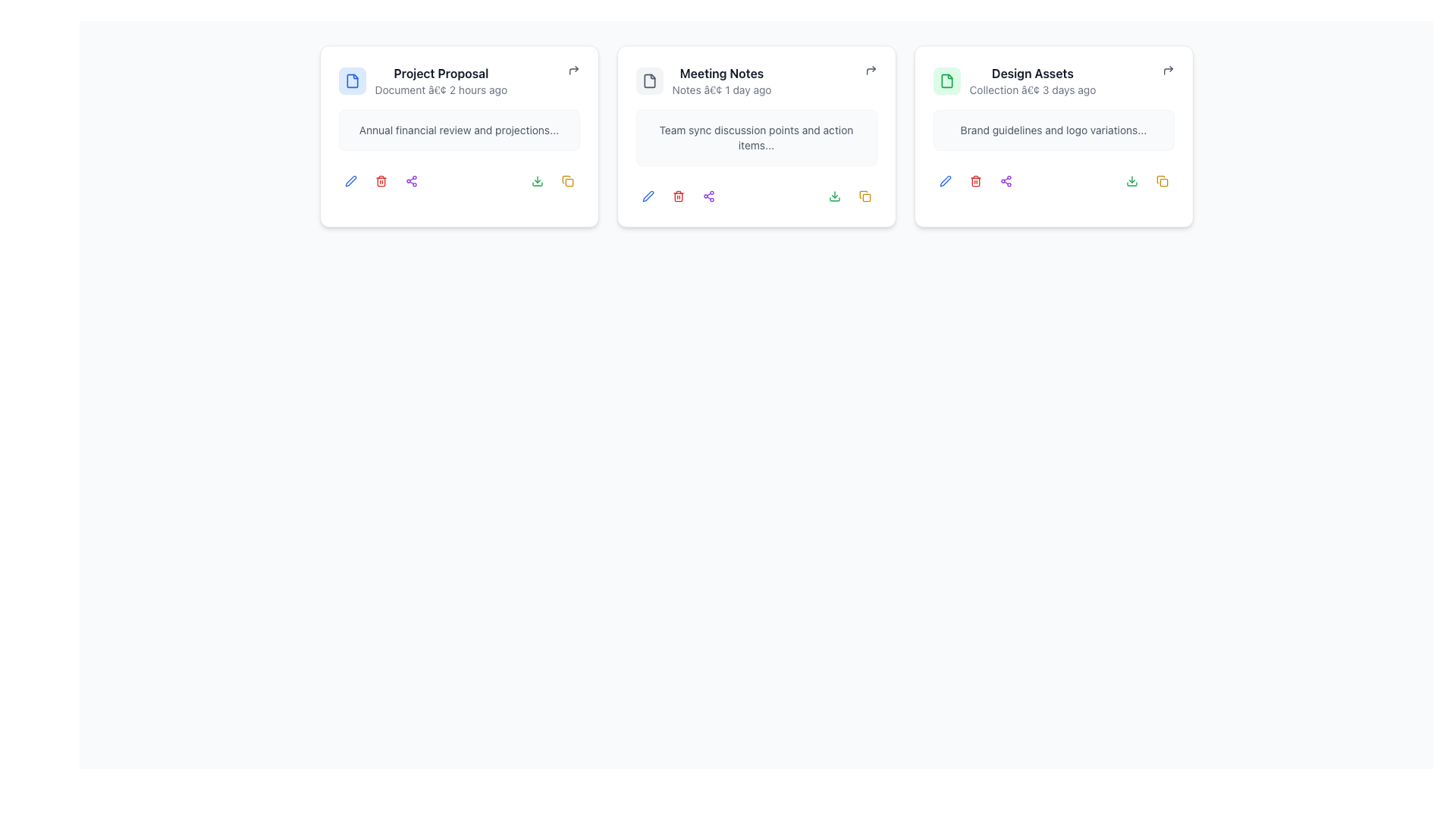 The width and height of the screenshot is (1456, 819). I want to click on the text label that displays 'Design Assets' in bold, located within the third card under a green document icon, so click(1031, 81).